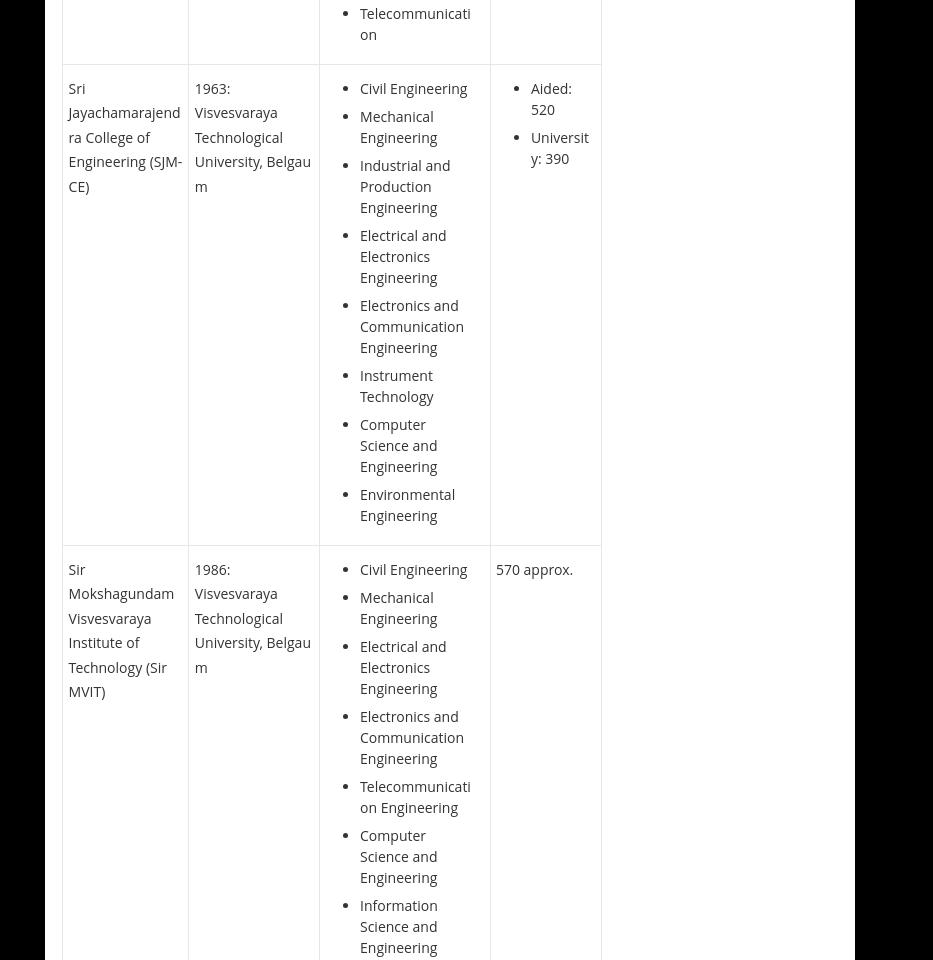 Image resolution: width=933 pixels, height=960 pixels. I want to click on '1963: Visvesvaraya Technological University, Belgaum', so click(251, 135).